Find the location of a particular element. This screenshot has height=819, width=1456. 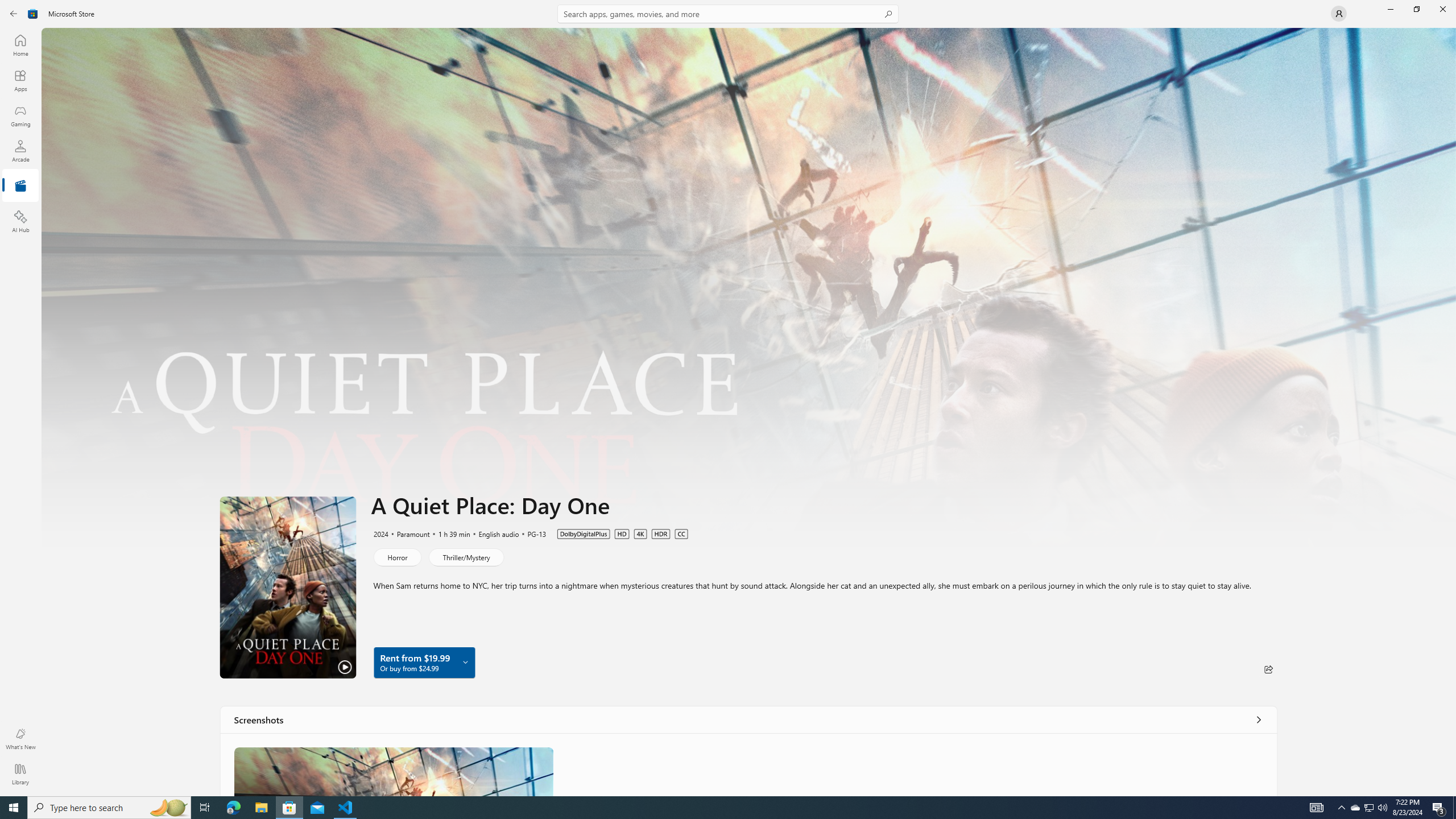

'Library' is located at coordinates (19, 773).